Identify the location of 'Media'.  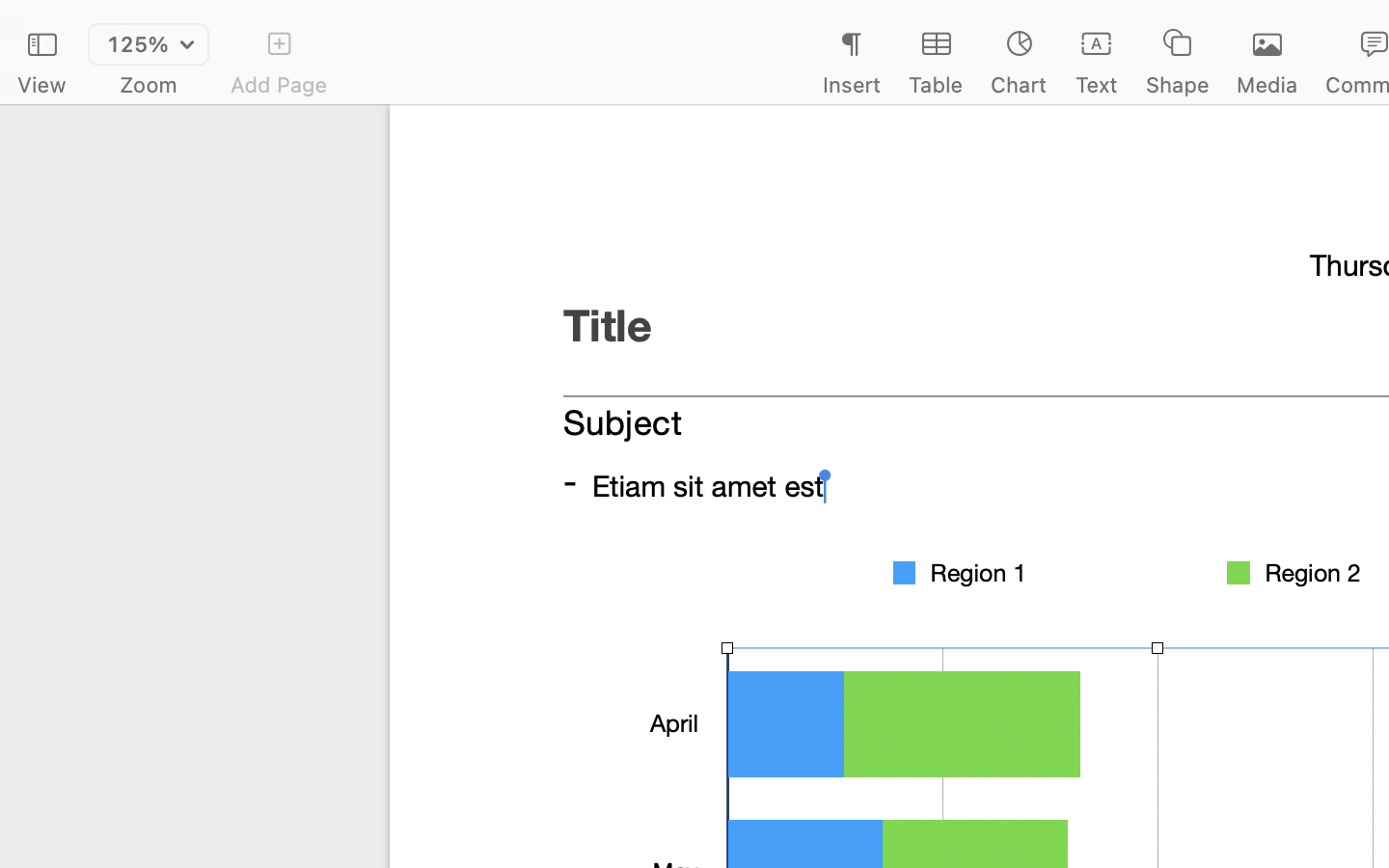
(1267, 84).